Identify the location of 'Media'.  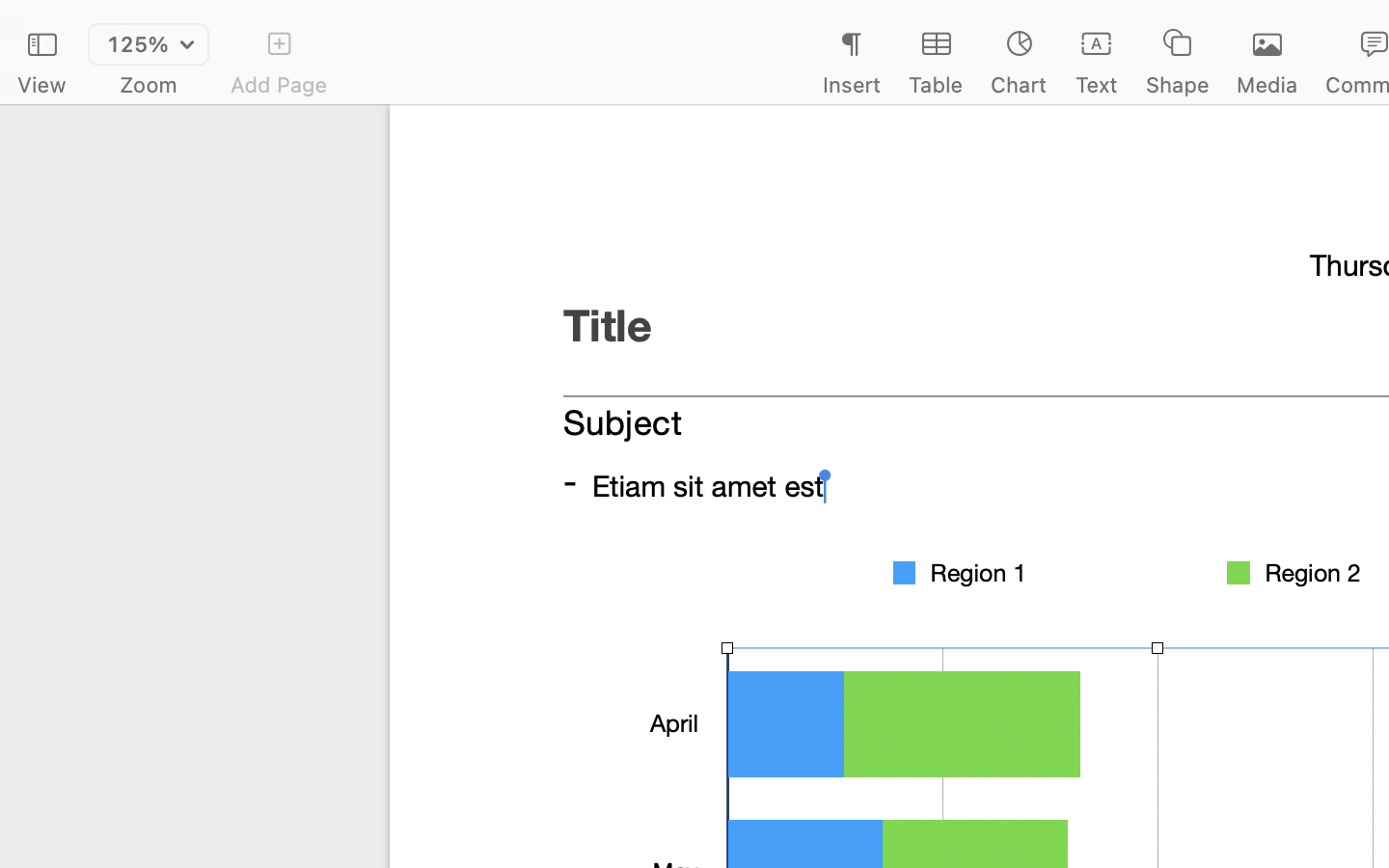
(1267, 84).